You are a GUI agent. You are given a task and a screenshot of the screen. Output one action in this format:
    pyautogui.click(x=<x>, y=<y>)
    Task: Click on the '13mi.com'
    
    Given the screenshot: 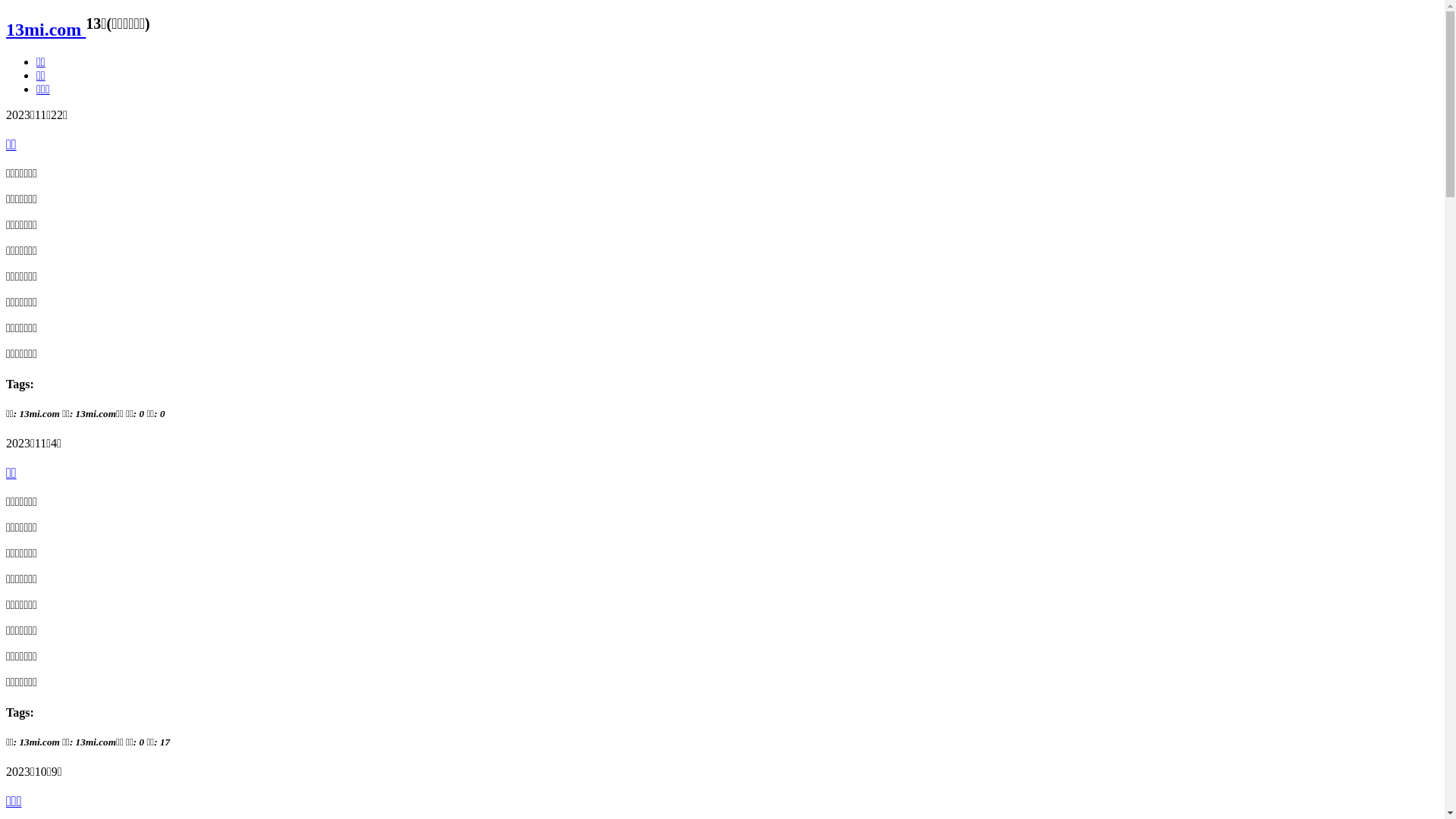 What is the action you would take?
    pyautogui.click(x=6, y=29)
    